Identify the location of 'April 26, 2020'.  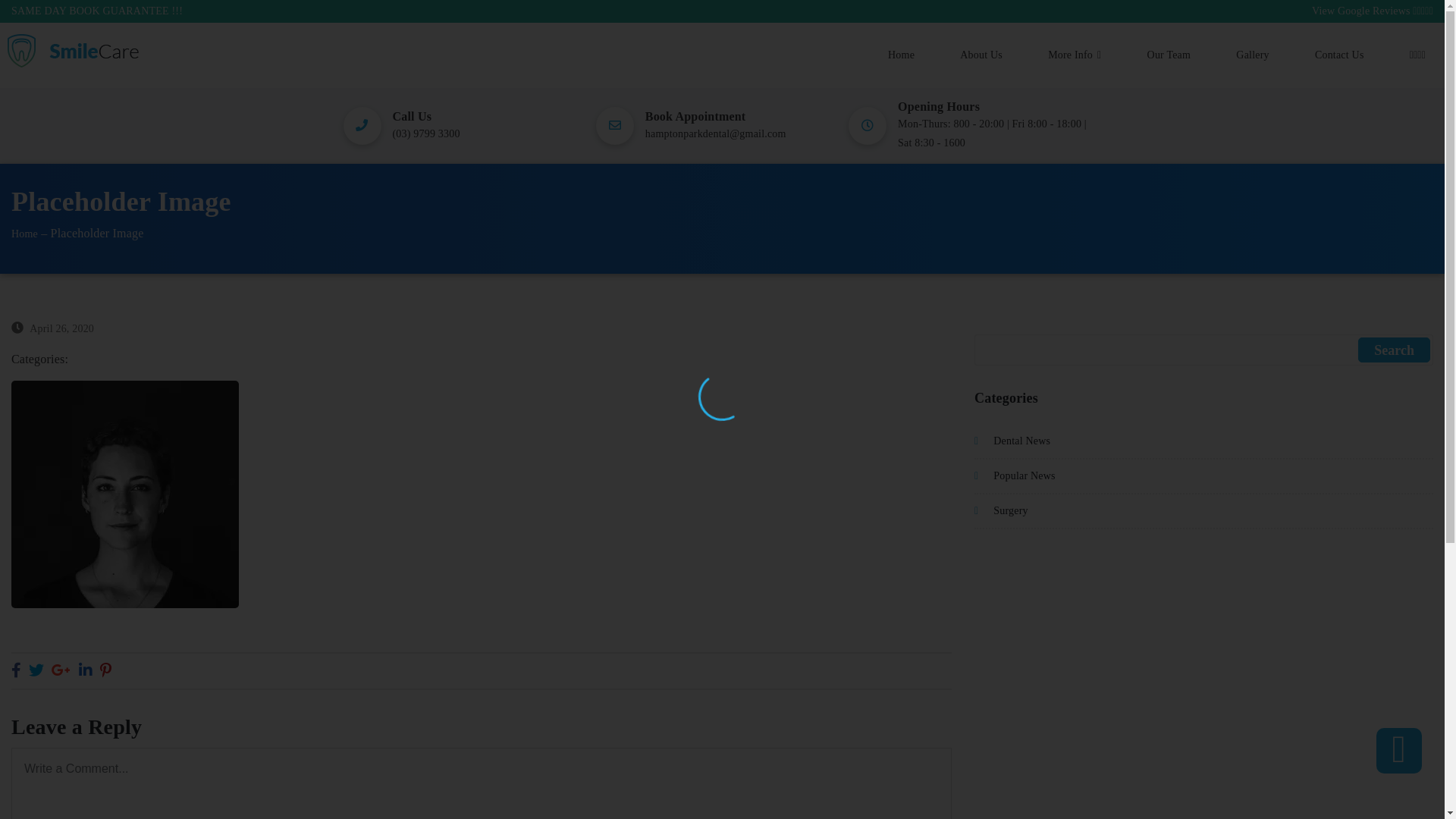
(61, 328).